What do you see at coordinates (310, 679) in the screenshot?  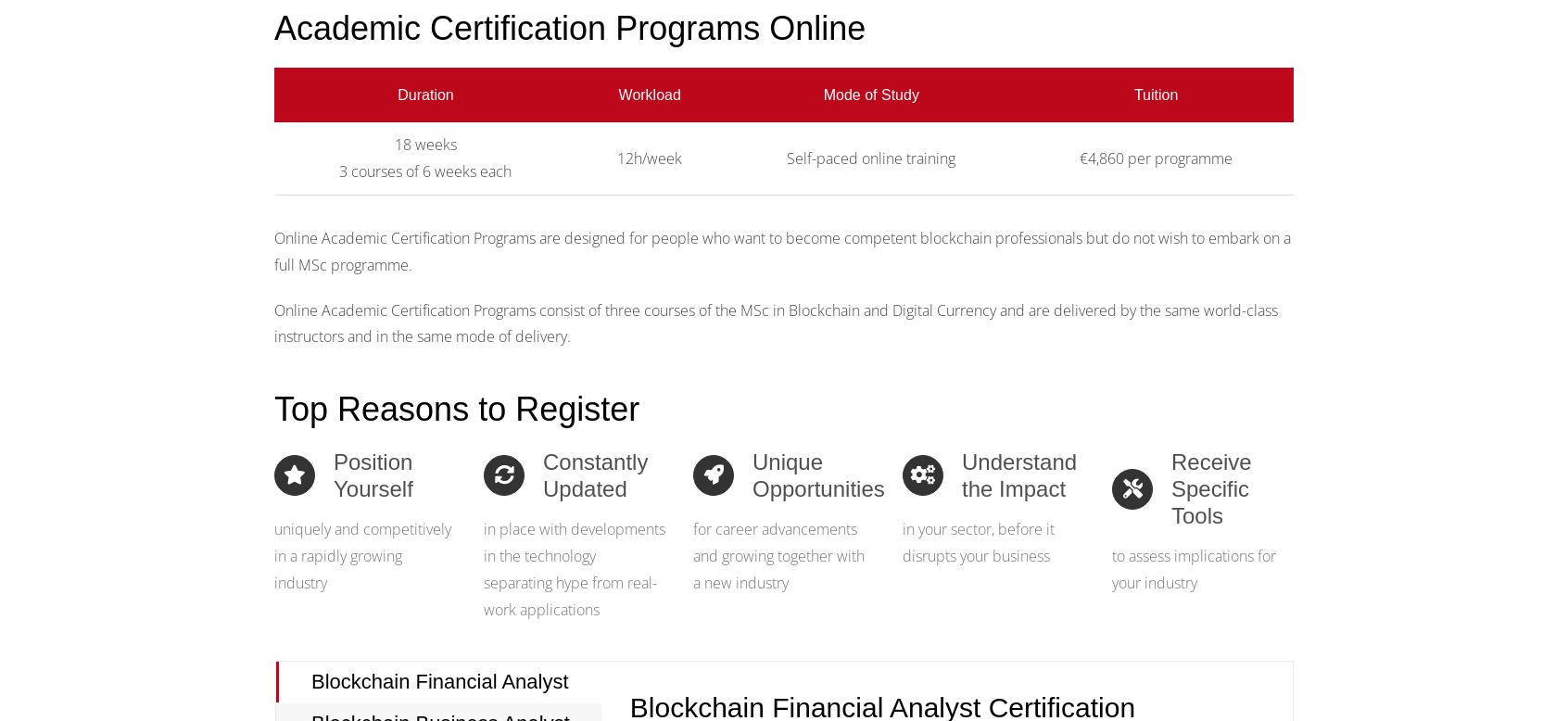 I see `'Blockchain Financial Analyst'` at bounding box center [310, 679].